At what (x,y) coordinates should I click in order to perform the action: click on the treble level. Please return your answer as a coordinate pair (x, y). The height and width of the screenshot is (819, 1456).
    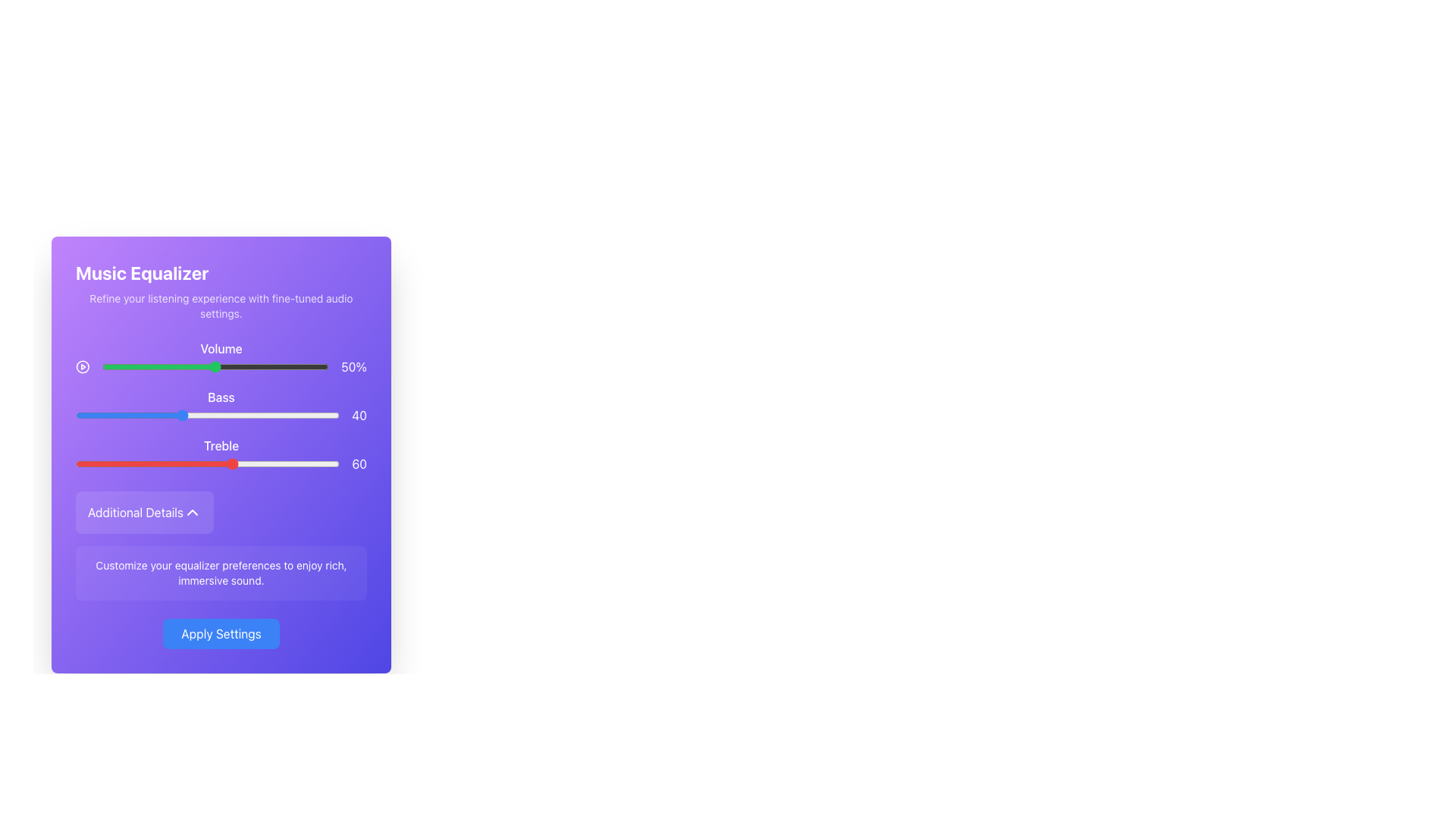
    Looking at the image, I should click on (236, 463).